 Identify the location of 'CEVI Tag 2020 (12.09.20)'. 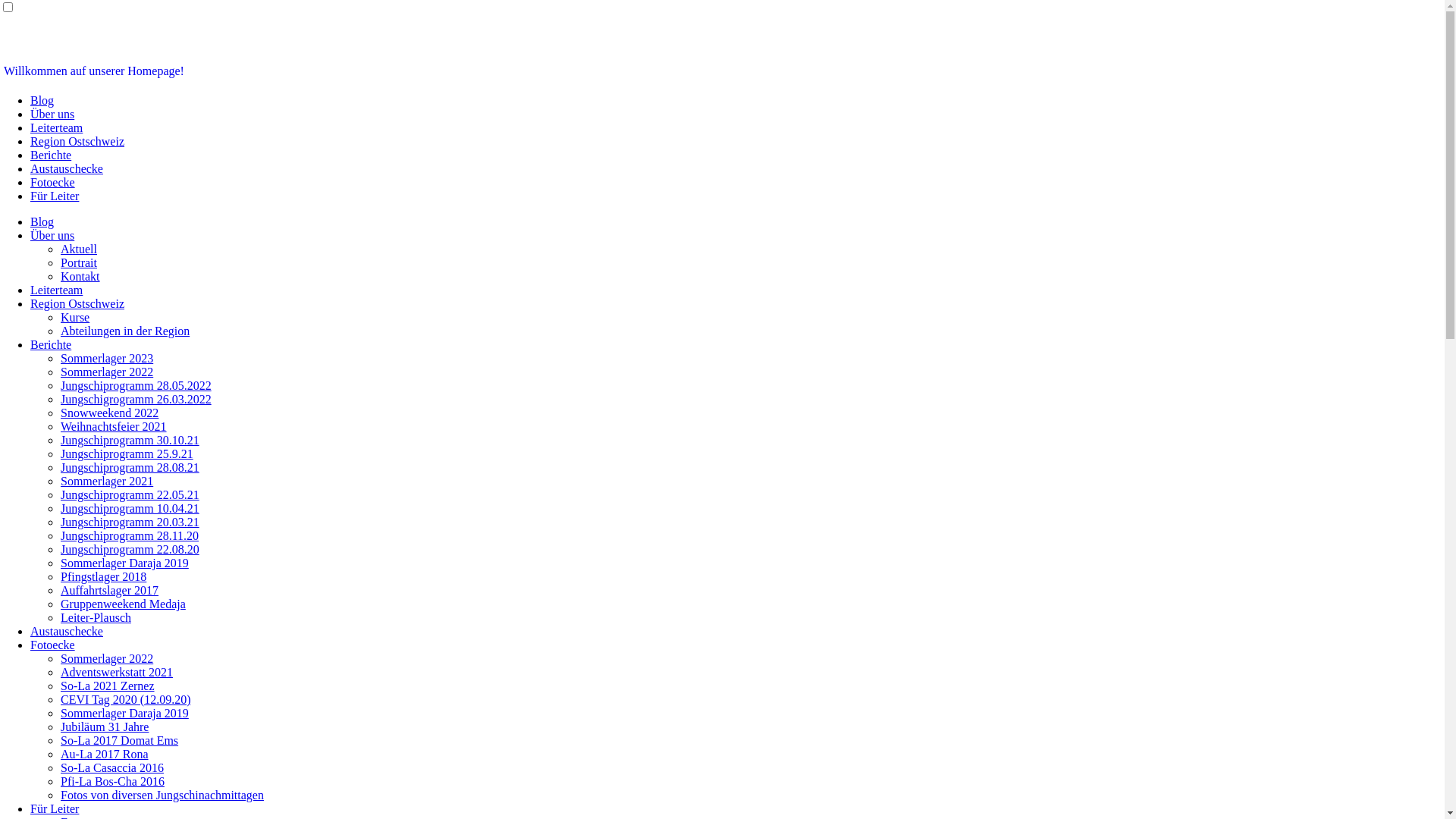
(125, 699).